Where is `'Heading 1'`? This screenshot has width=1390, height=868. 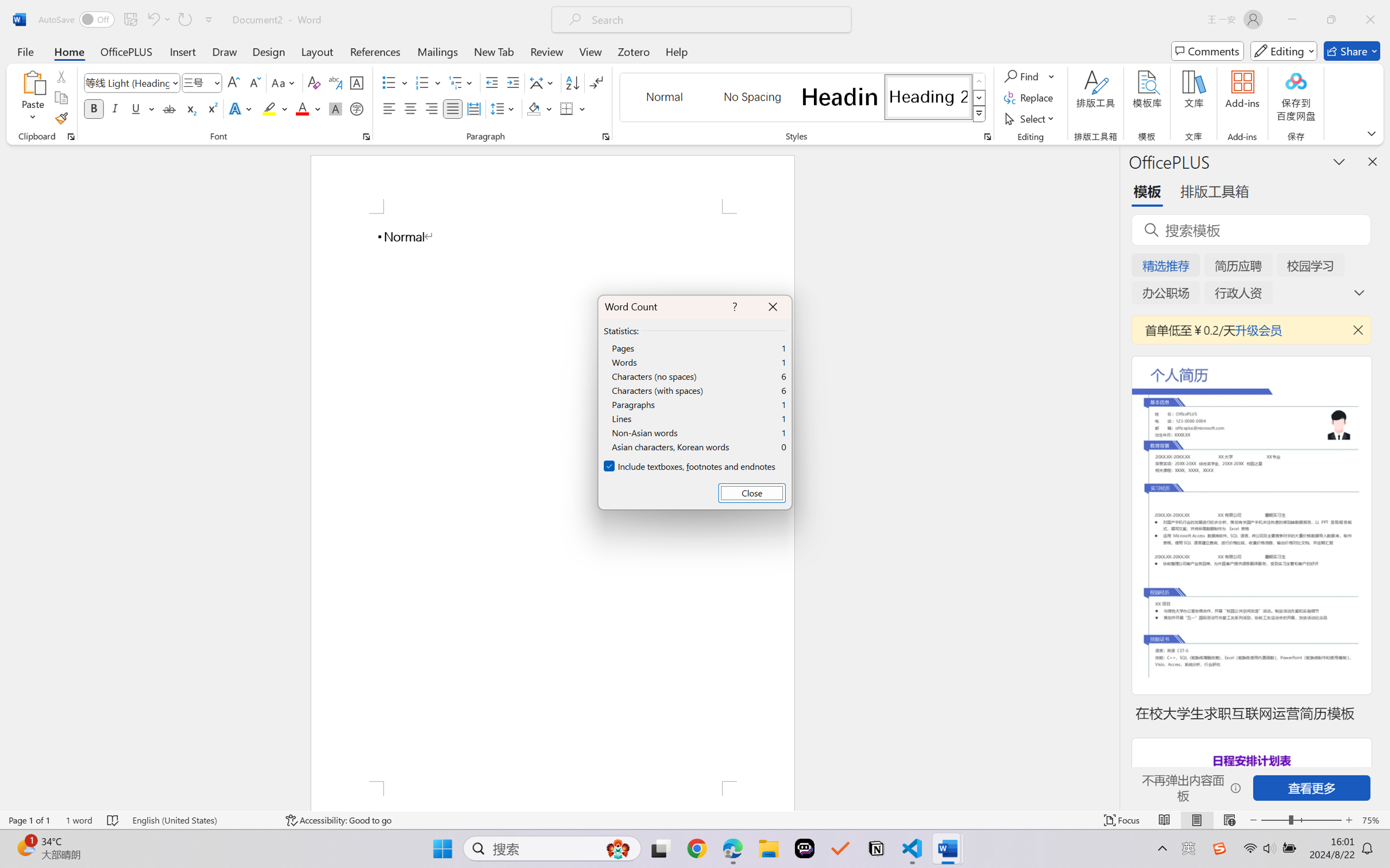
'Heading 1' is located at coordinates (839, 96).